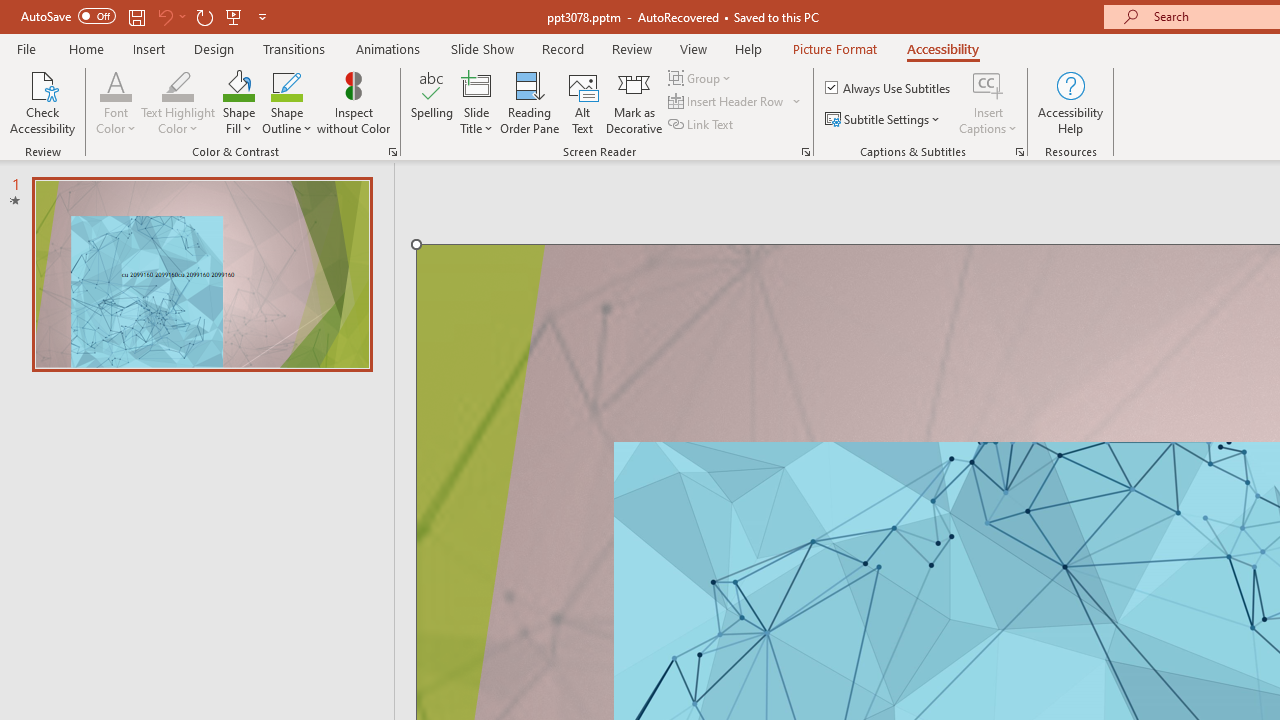  Describe the element at coordinates (888, 86) in the screenshot. I see `'Always Use Subtitles'` at that location.